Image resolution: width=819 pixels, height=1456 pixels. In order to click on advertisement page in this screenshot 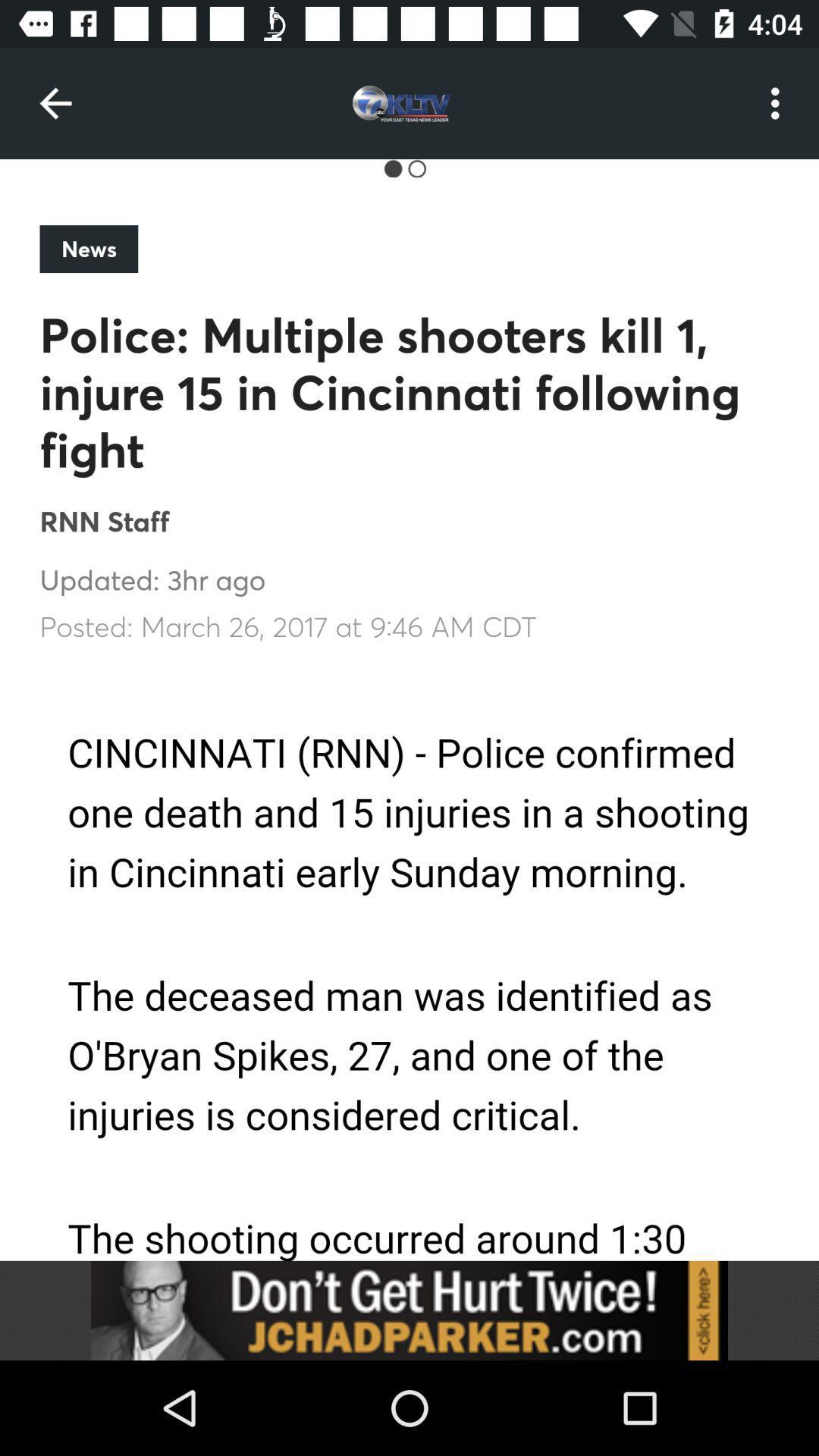, I will do `click(409, 962)`.